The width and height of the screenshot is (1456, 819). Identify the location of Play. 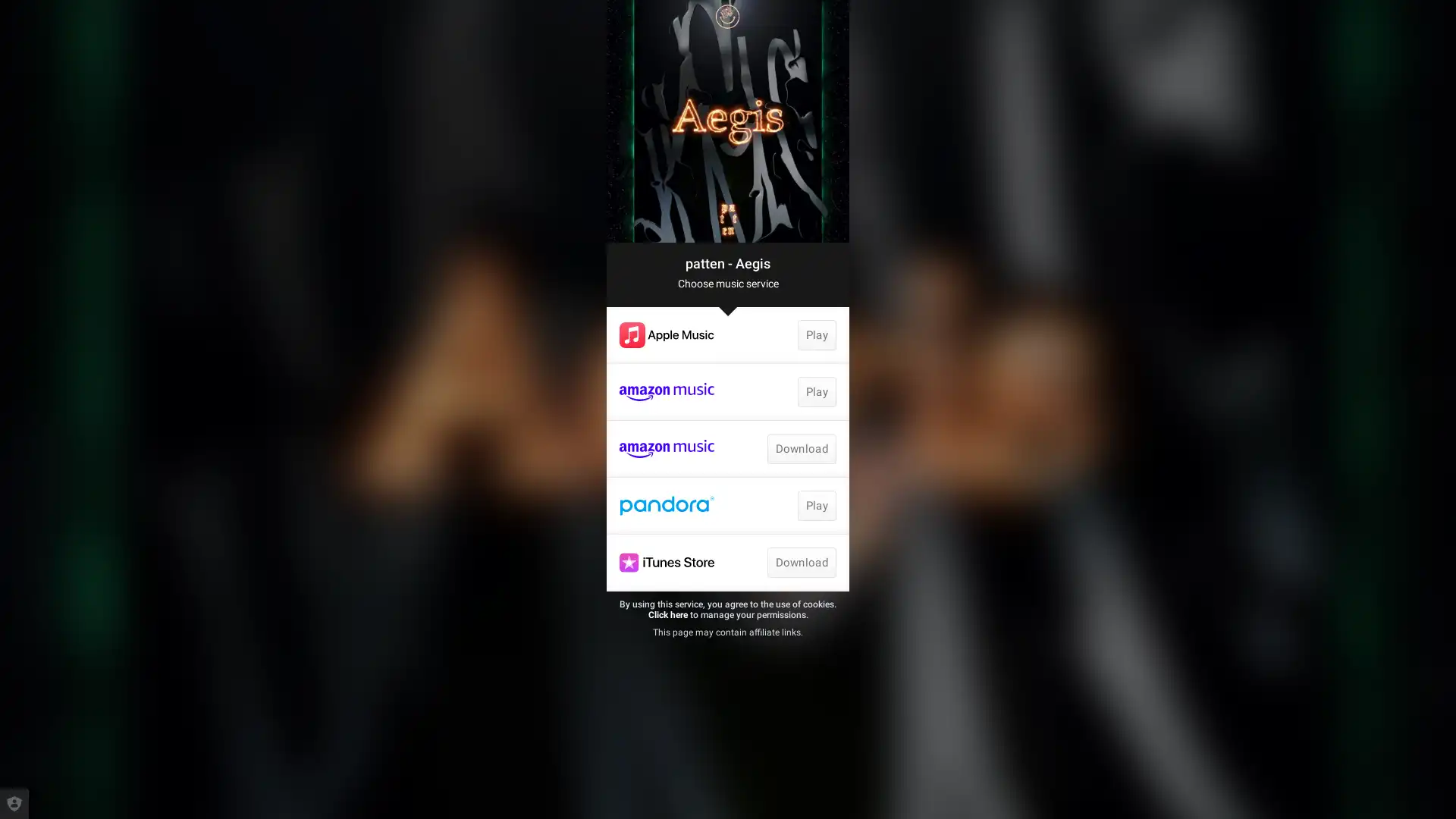
(815, 506).